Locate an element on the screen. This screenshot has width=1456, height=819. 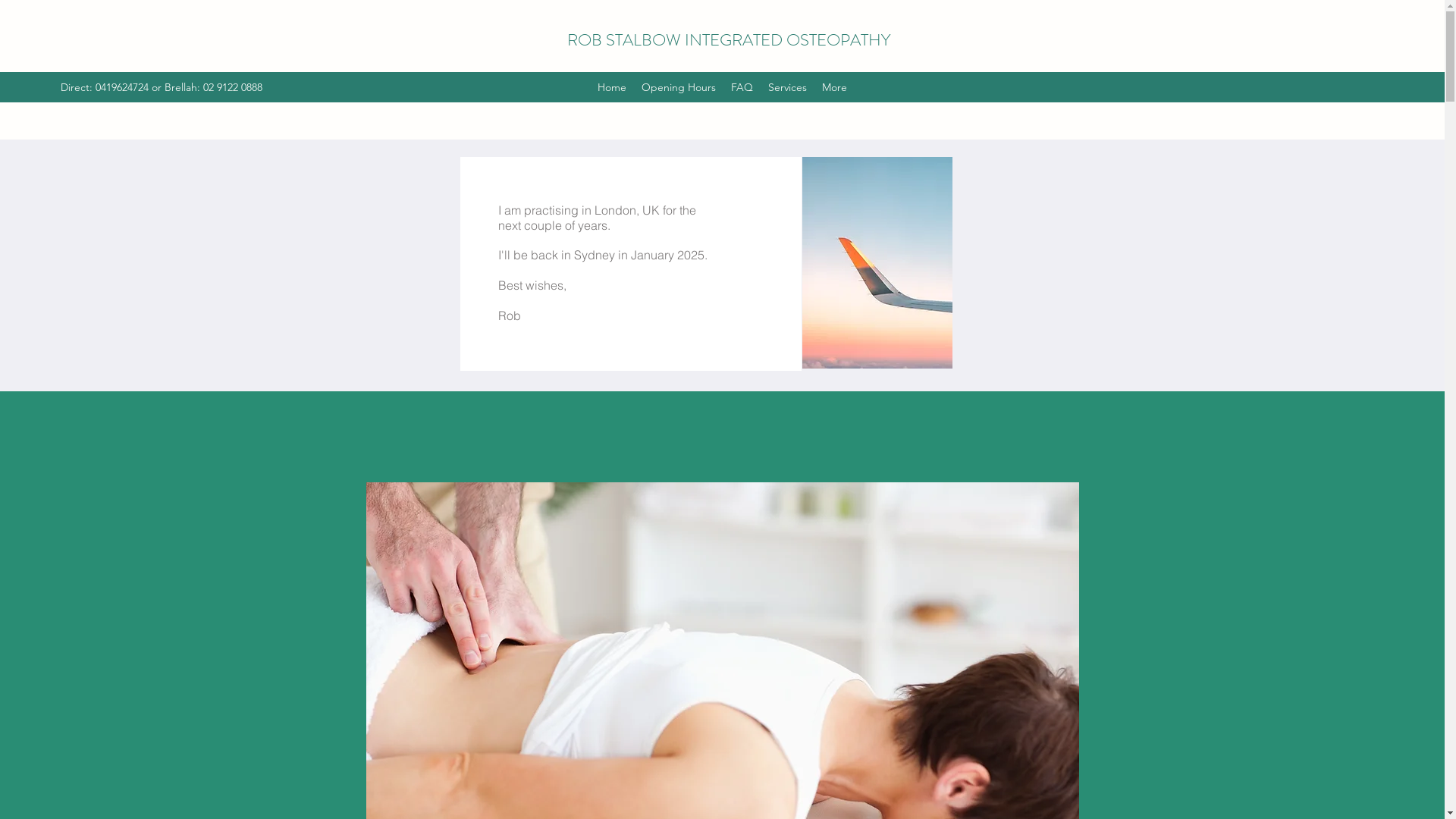
'Home' is located at coordinates (588, 87).